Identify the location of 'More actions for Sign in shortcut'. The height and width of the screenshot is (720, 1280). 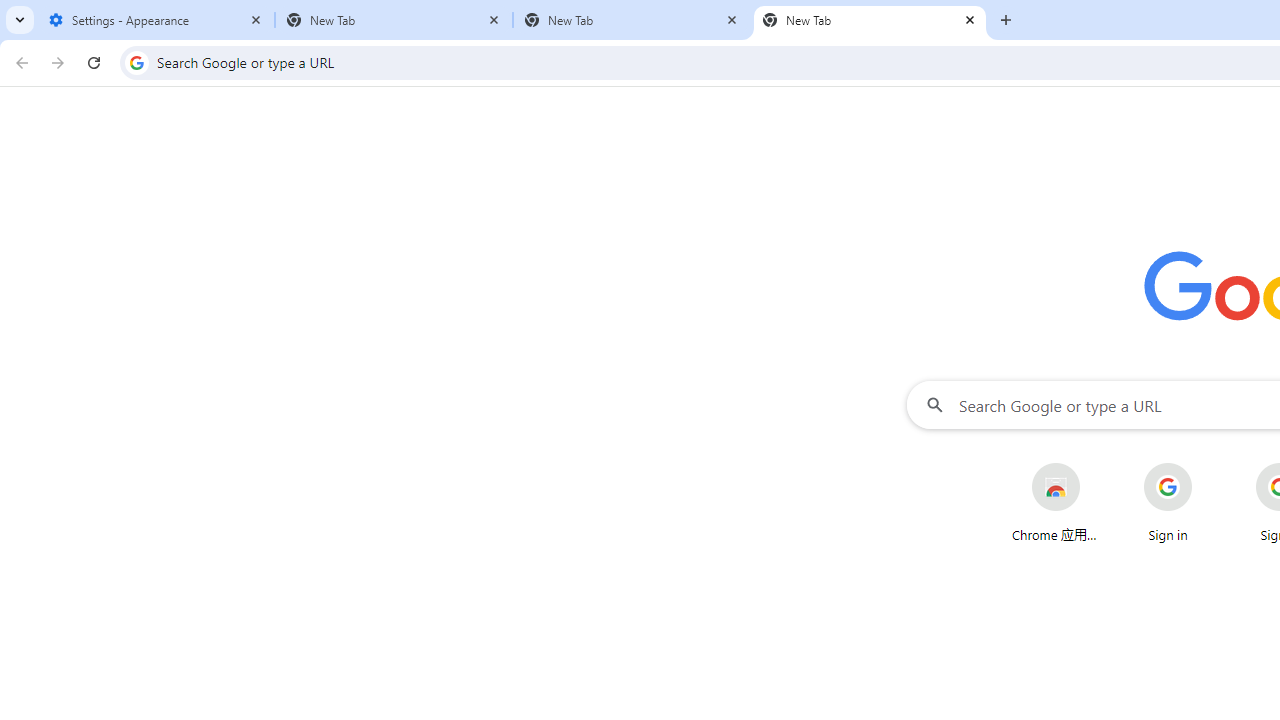
(1207, 464).